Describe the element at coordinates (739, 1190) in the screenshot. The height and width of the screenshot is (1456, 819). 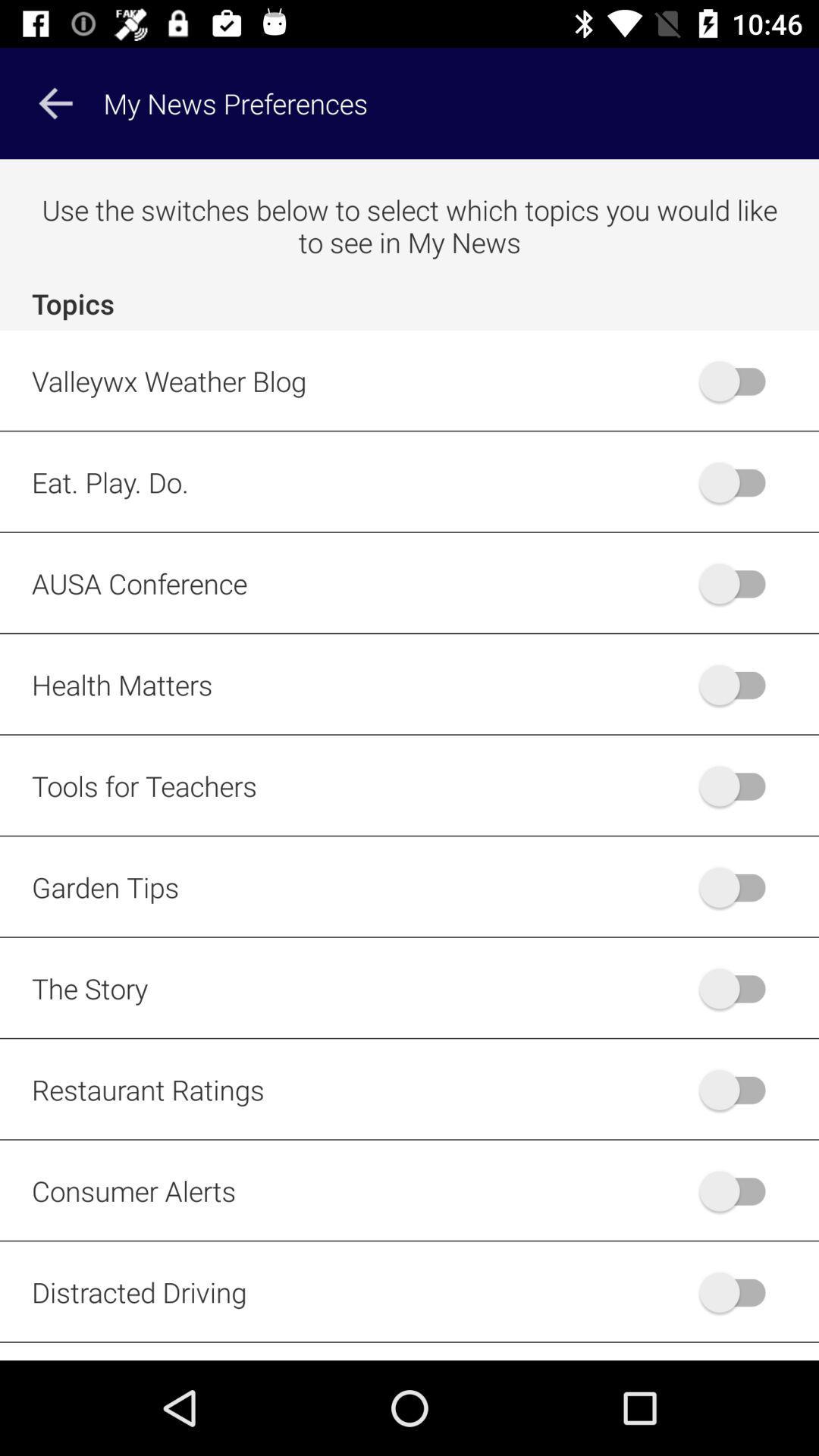
I see `turn on consumer alerts` at that location.